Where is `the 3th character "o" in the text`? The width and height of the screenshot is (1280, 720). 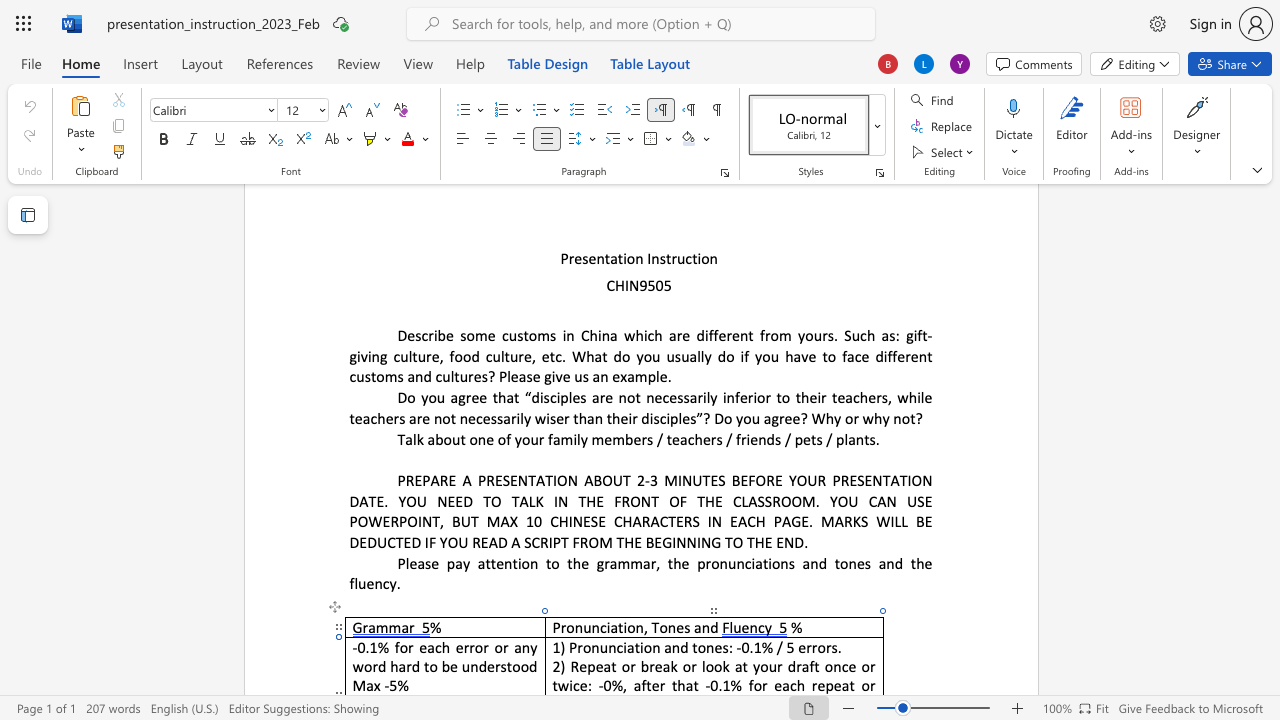
the 3th character "o" in the text is located at coordinates (701, 647).